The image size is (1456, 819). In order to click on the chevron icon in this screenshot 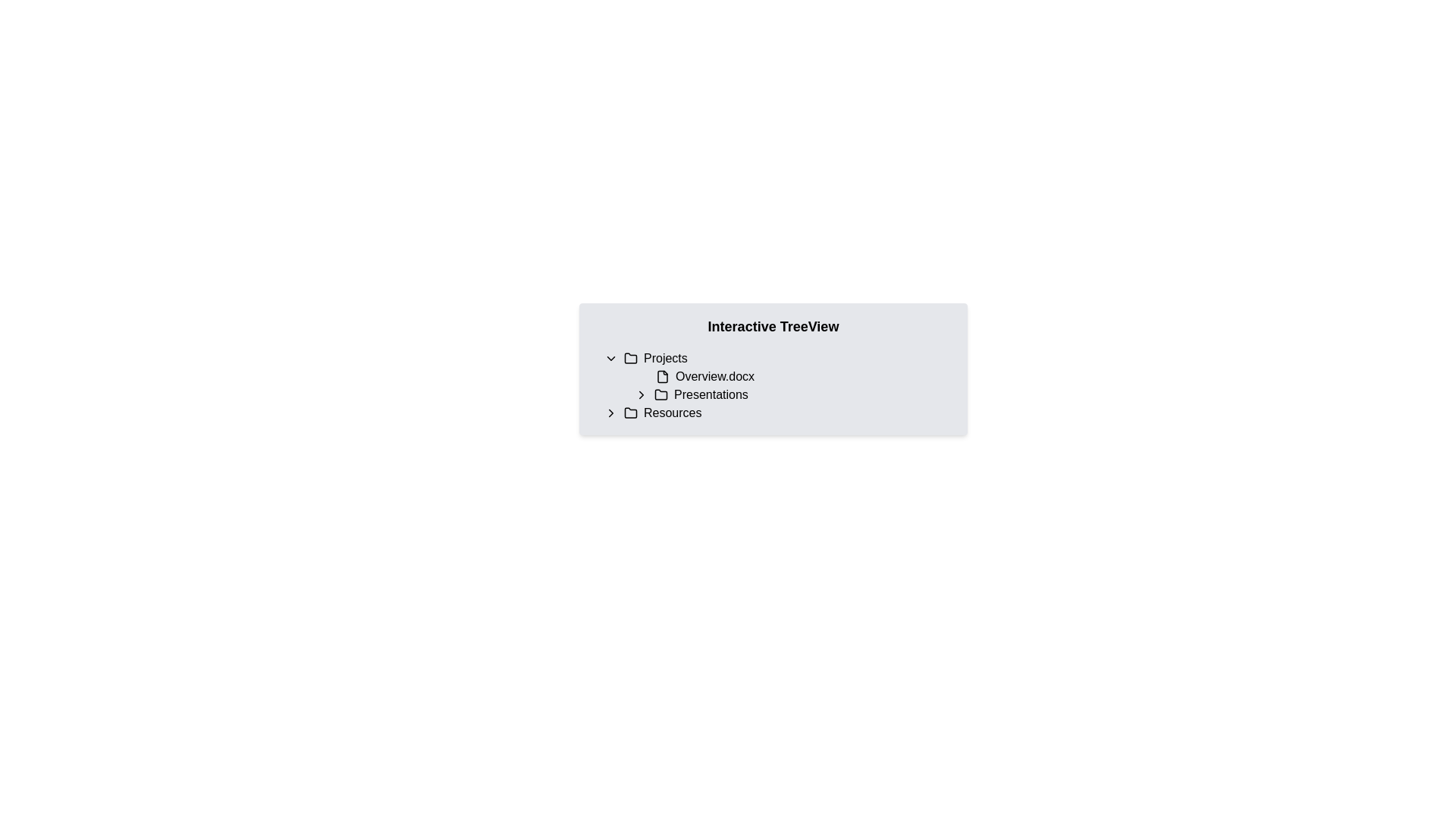, I will do `click(641, 394)`.